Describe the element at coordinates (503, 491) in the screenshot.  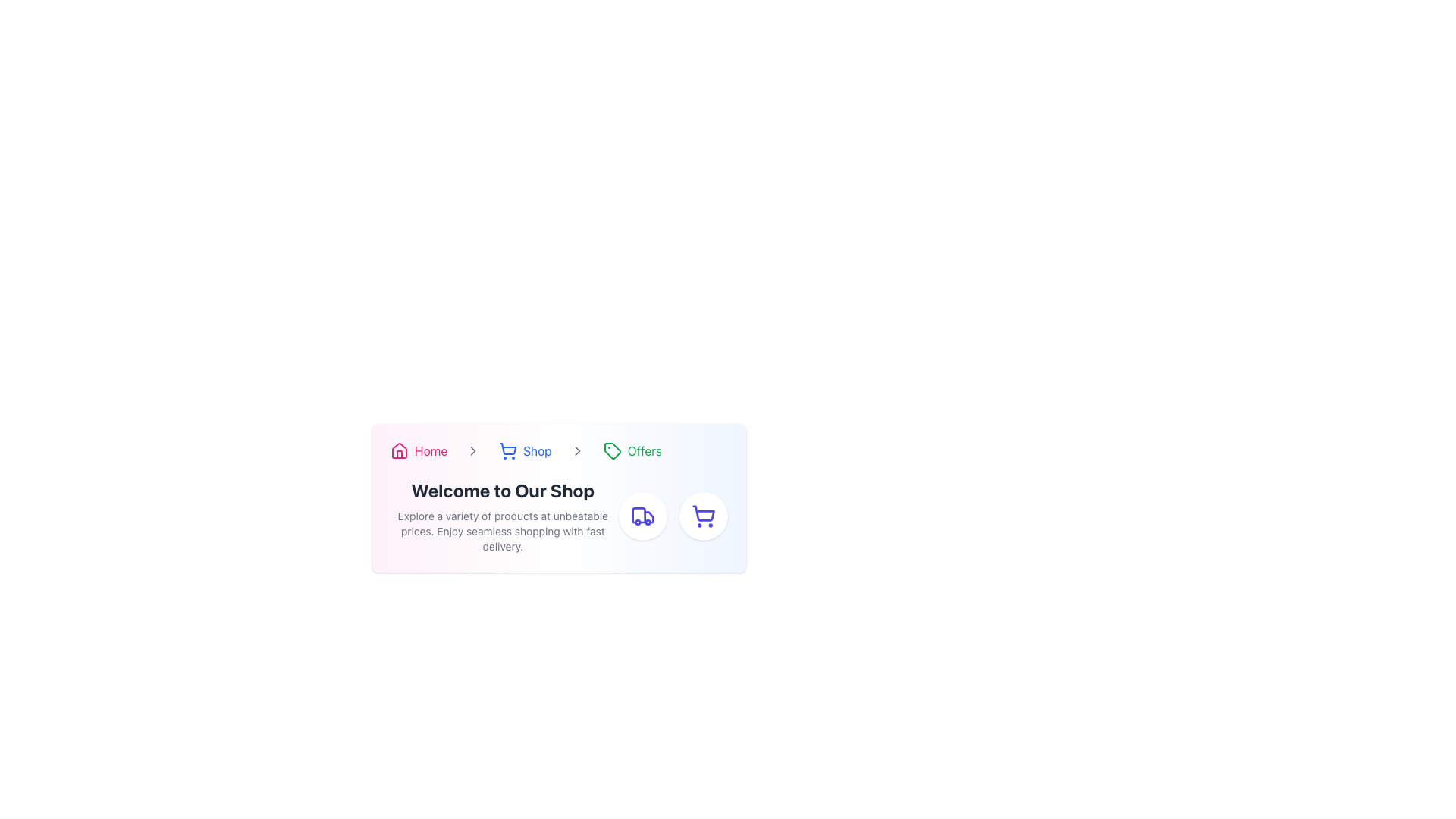
I see `text content of the Text Label (Heading) that serves as a greeting and provides context for the page` at that location.